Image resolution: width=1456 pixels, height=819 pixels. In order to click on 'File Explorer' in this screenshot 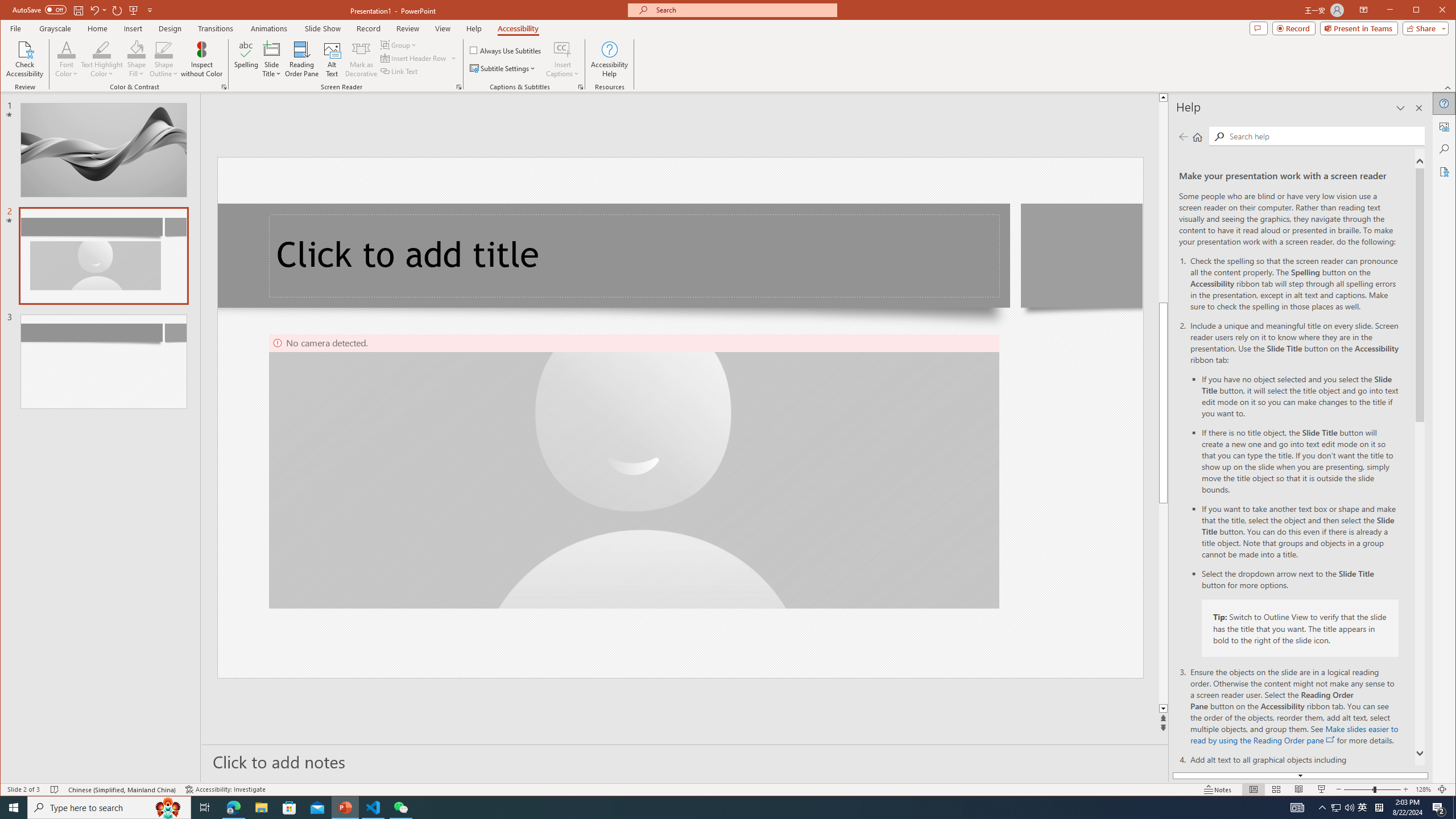, I will do `click(260, 806)`.